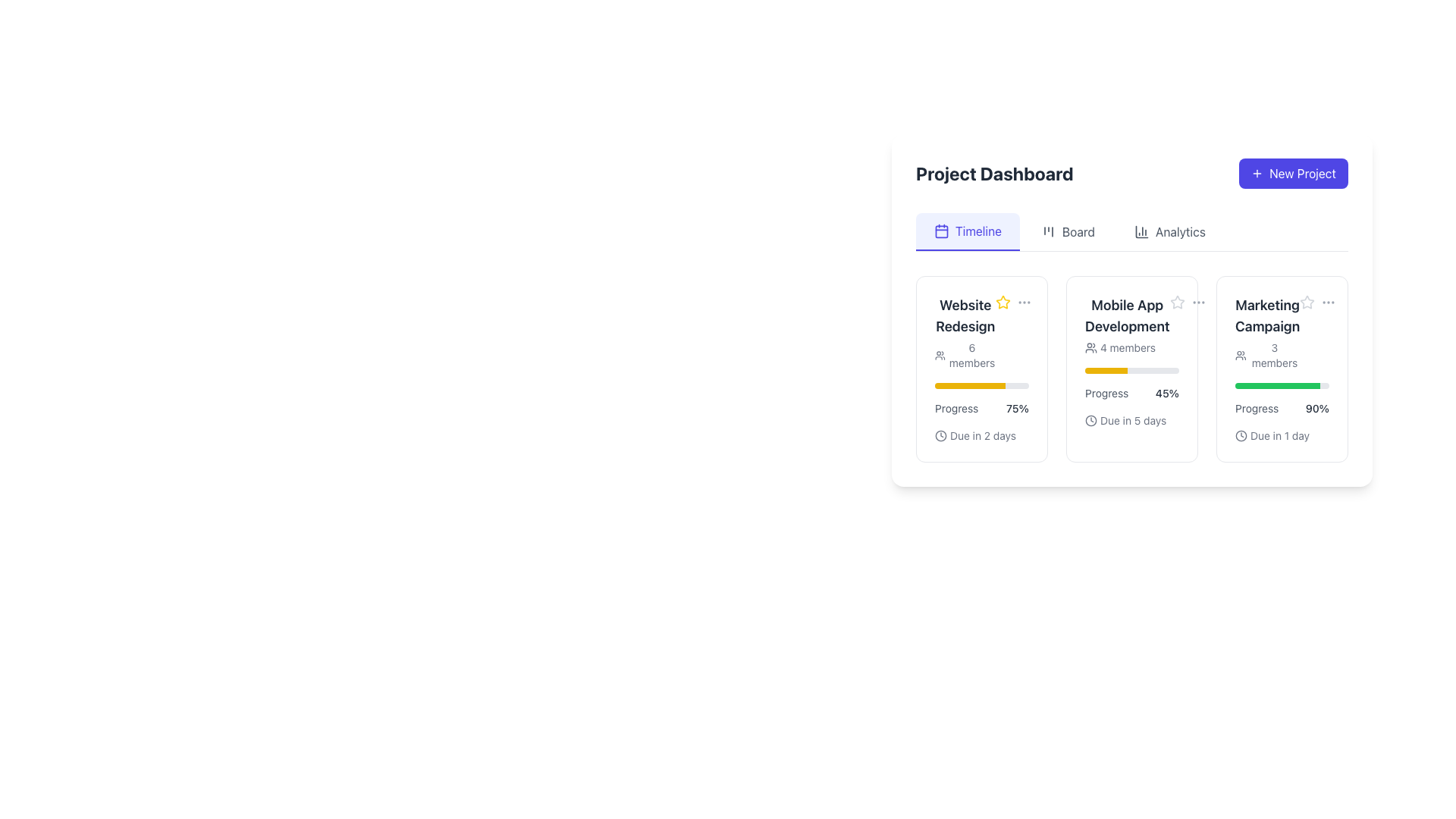 This screenshot has height=819, width=1456. I want to click on the graphic box with rounded corners located within the calendar icon above the label 'Timeline' in the navigation bar of the dashboard, so click(941, 231).